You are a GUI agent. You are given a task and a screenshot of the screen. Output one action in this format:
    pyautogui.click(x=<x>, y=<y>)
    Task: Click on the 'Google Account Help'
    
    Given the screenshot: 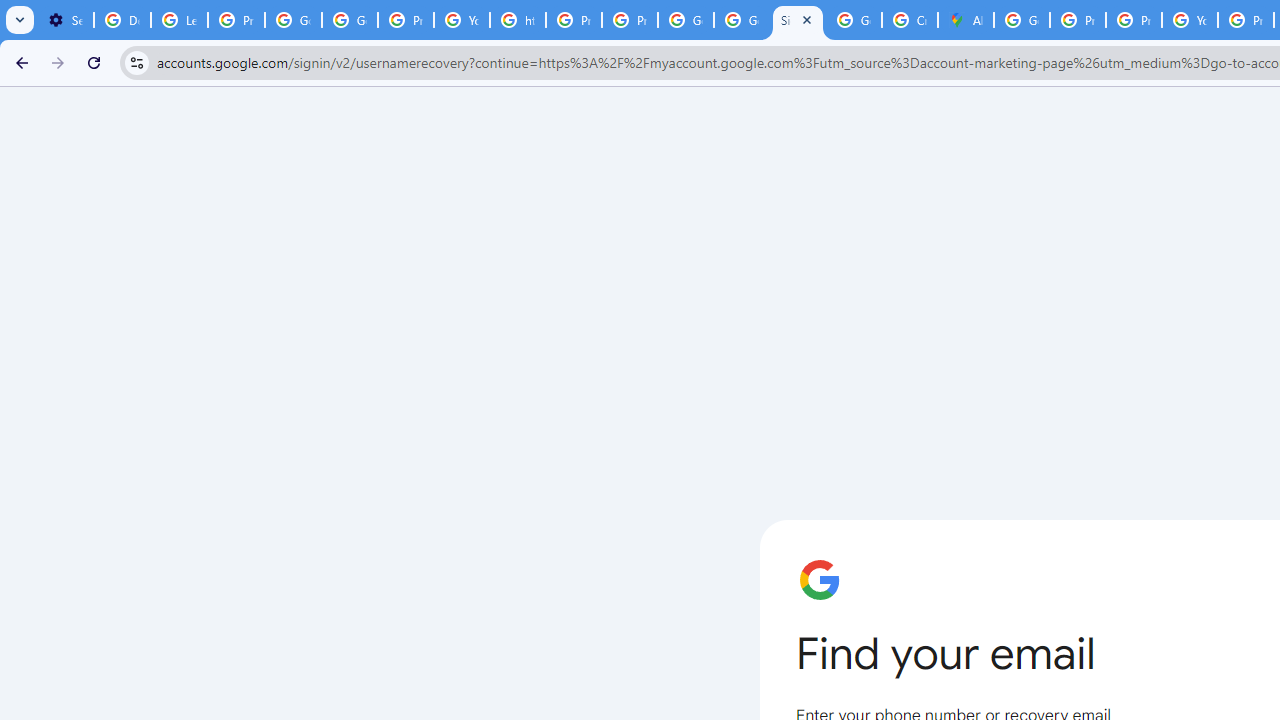 What is the action you would take?
    pyautogui.click(x=292, y=20)
    